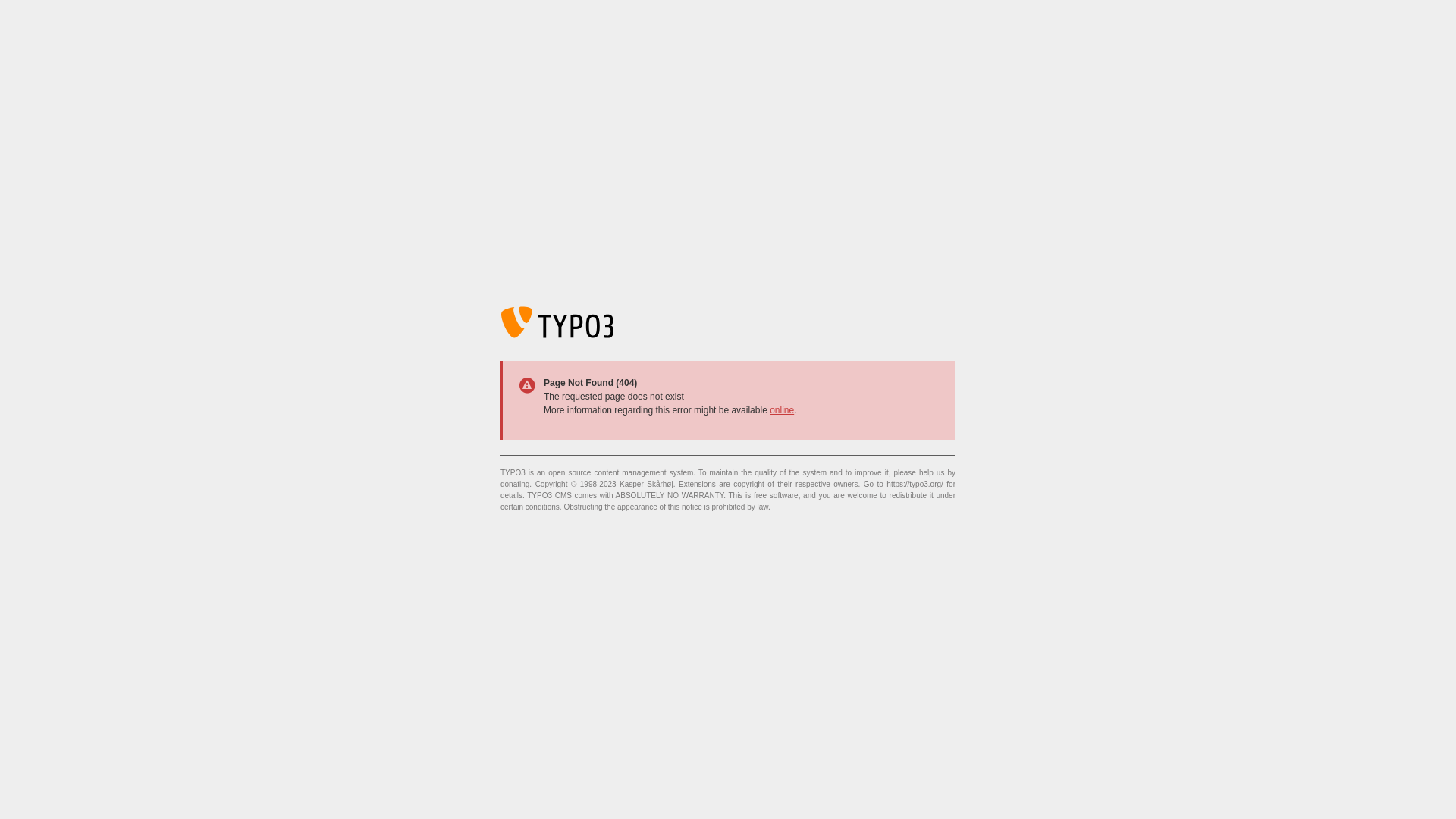  I want to click on 'https://typo3.org/', so click(914, 484).